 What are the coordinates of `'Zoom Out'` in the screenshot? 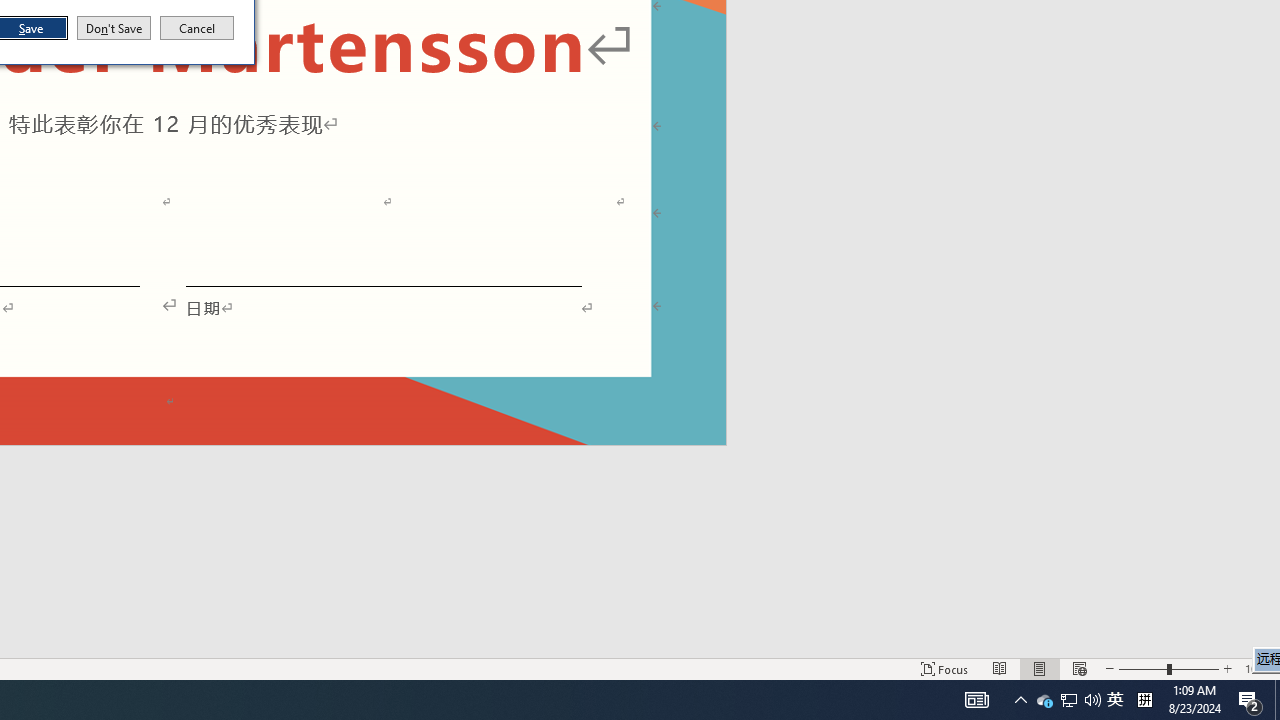 It's located at (1143, 669).